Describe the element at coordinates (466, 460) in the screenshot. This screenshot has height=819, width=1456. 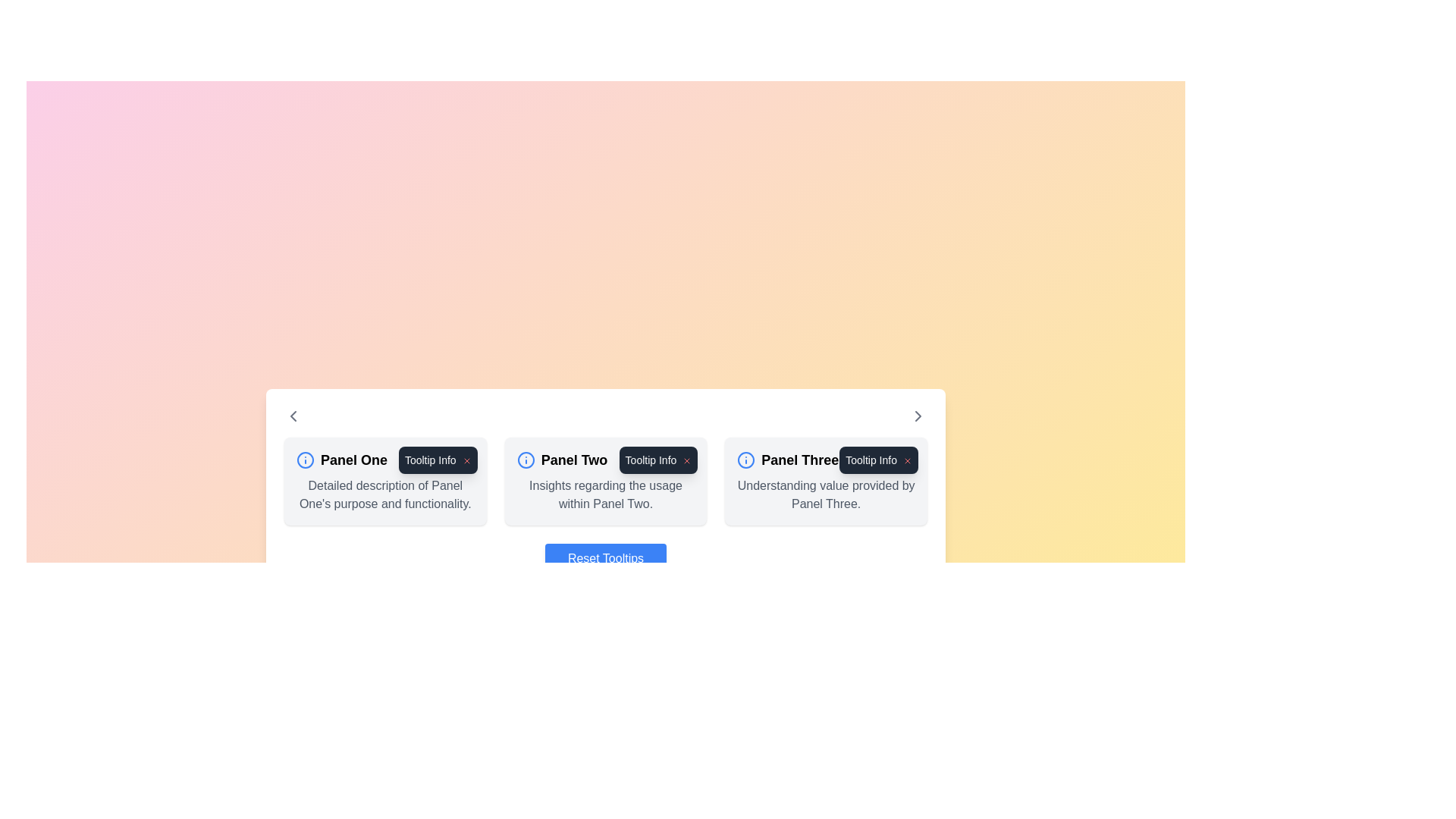
I see `the small, cross-shaped icon next to the 'Tooltip Info' label in the 'Panel One' section` at that location.